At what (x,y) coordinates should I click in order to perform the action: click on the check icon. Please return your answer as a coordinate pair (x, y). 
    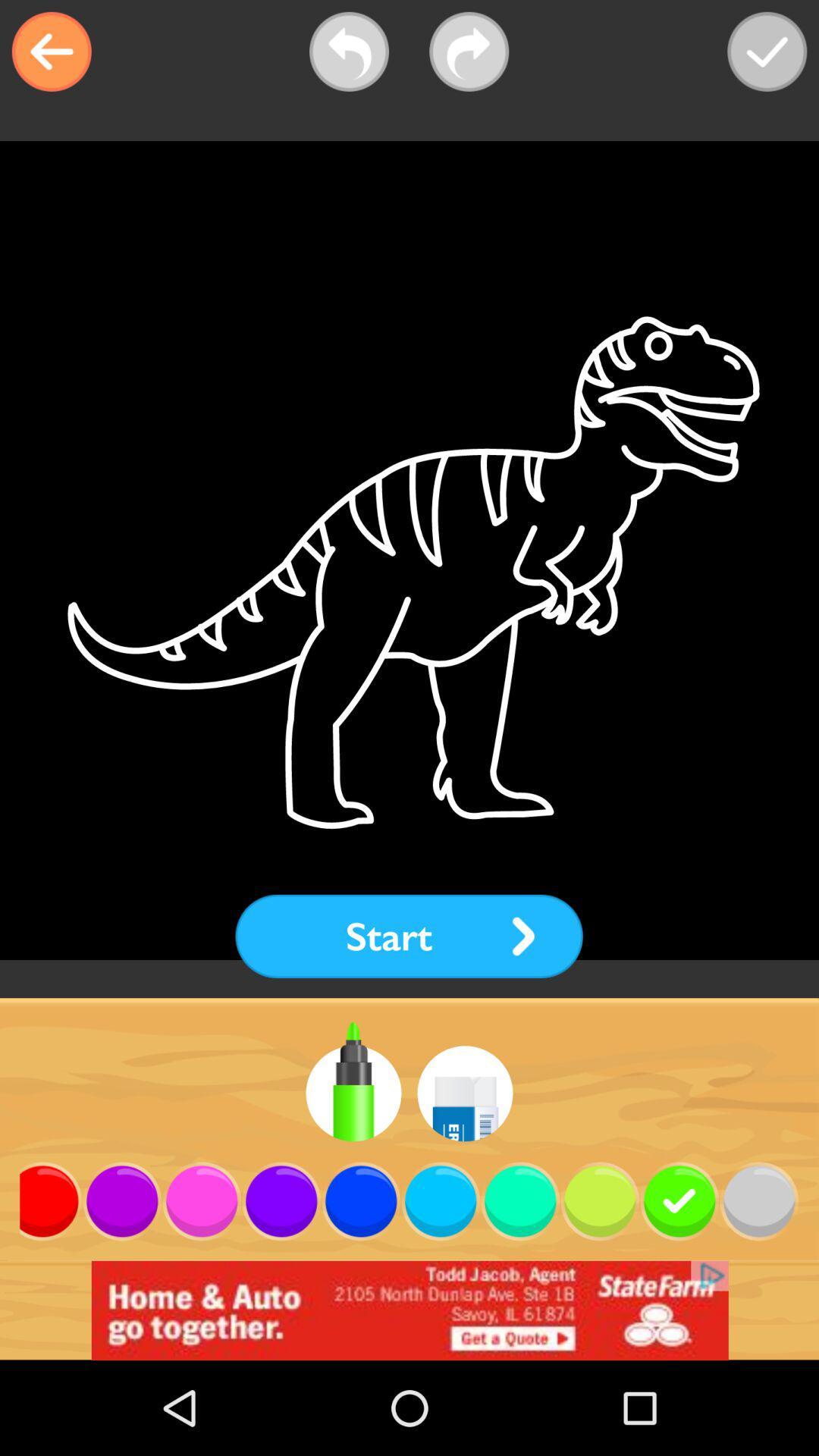
    Looking at the image, I should click on (767, 52).